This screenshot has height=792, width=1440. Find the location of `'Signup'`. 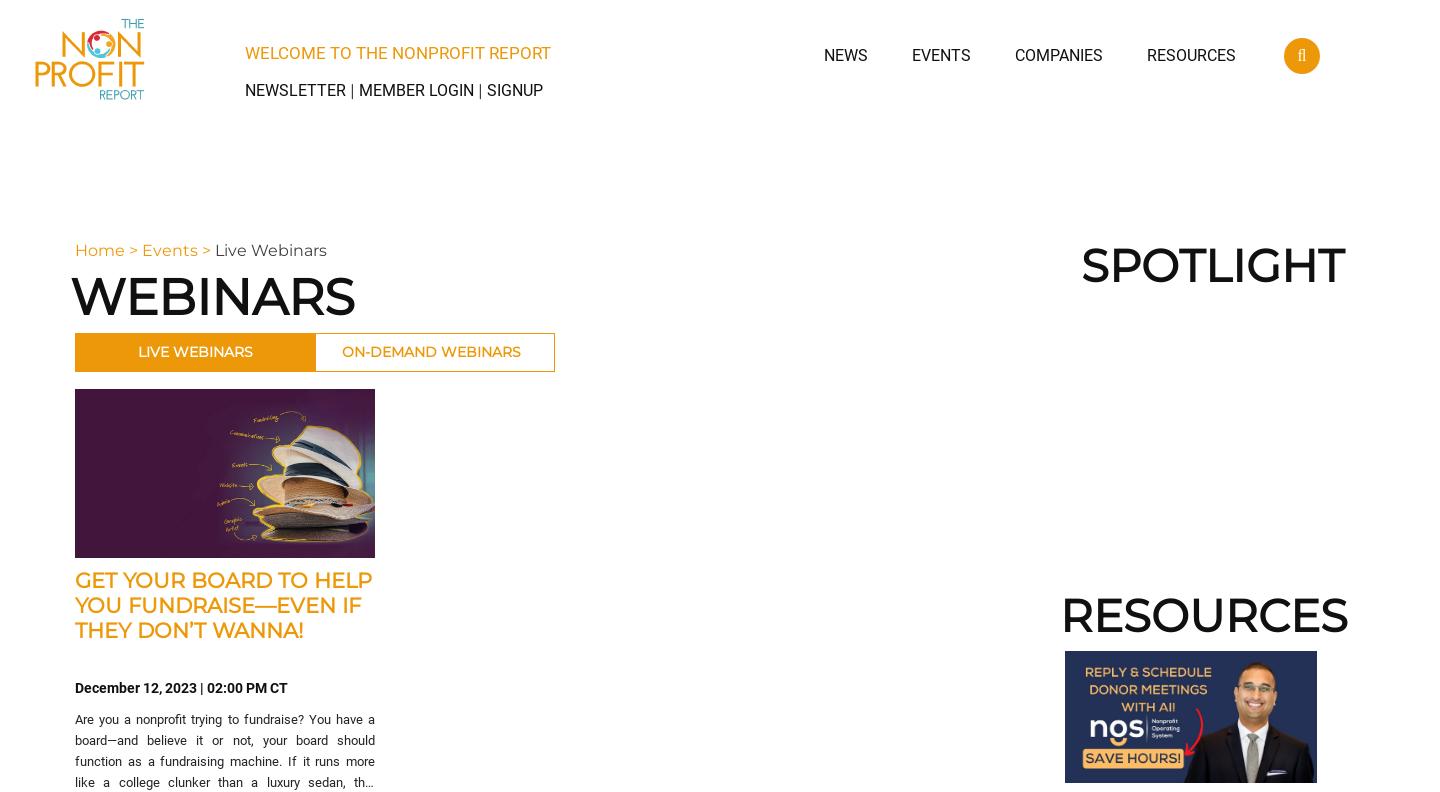

'Signup' is located at coordinates (513, 89).